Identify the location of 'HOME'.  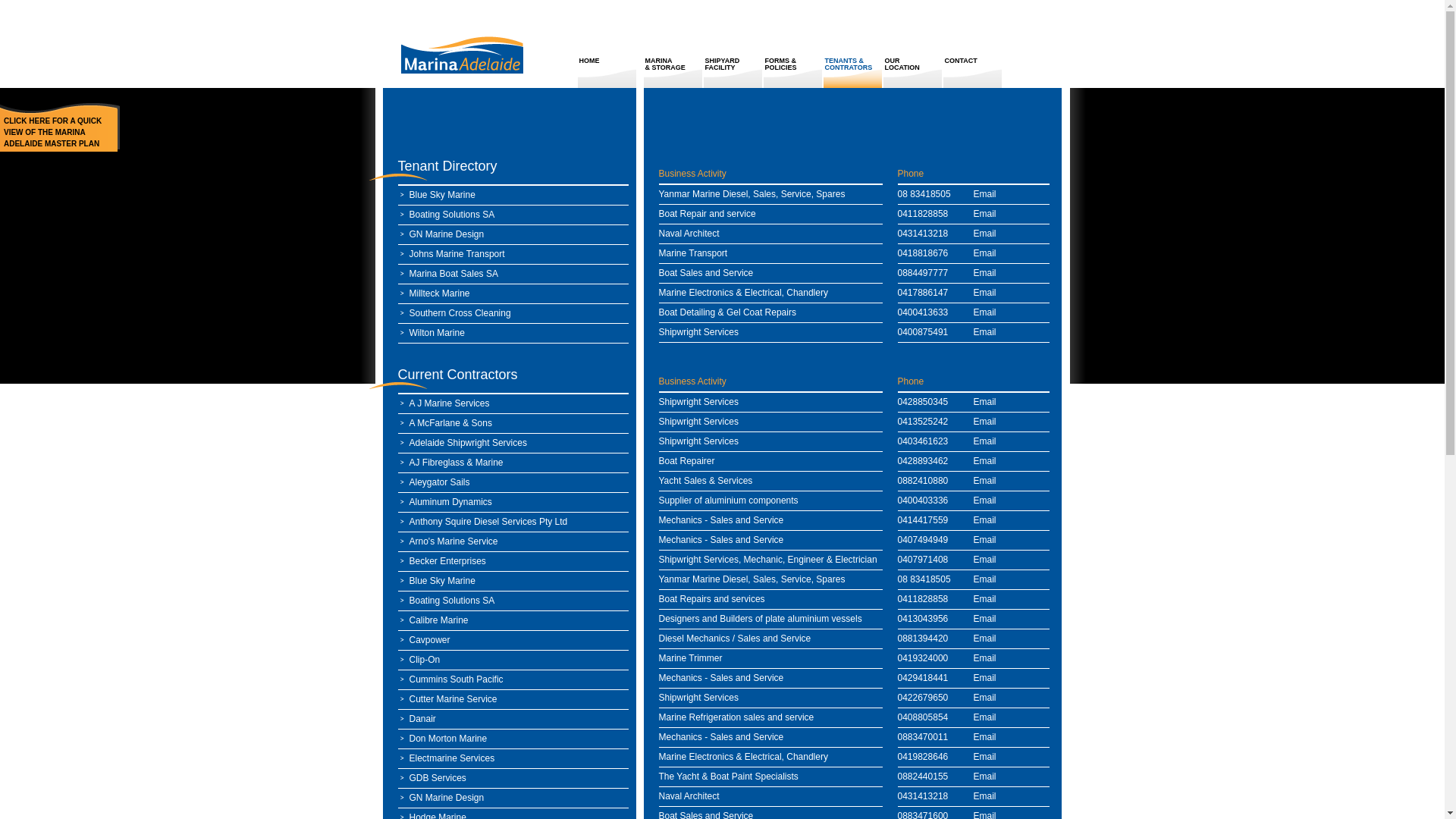
(607, 73).